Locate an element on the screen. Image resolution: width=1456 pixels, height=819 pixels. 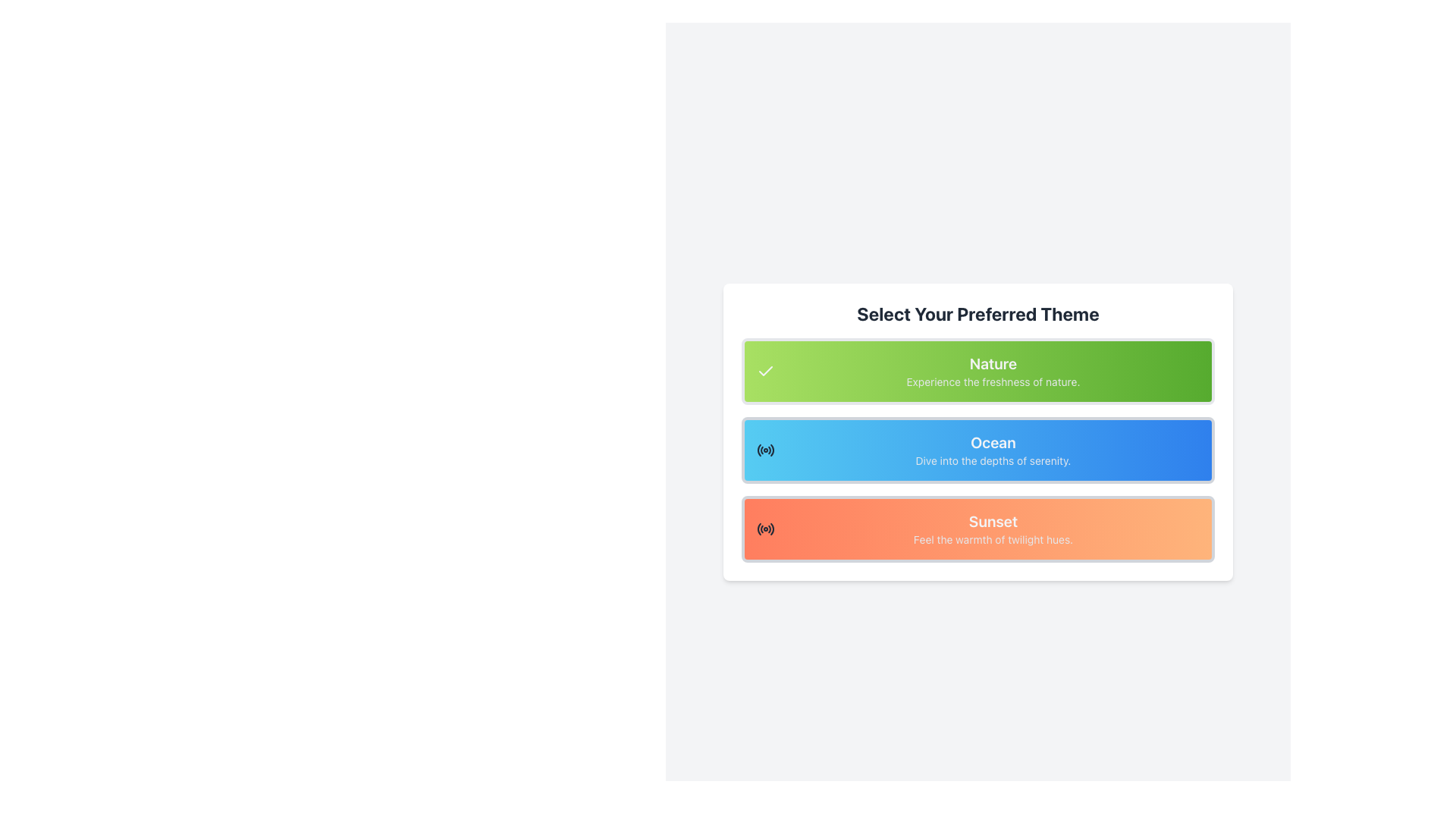
the text label displaying 'Feel the warmth of twilight hues.' located beneath the 'Sunset' button with an orange gradient background is located at coordinates (993, 539).